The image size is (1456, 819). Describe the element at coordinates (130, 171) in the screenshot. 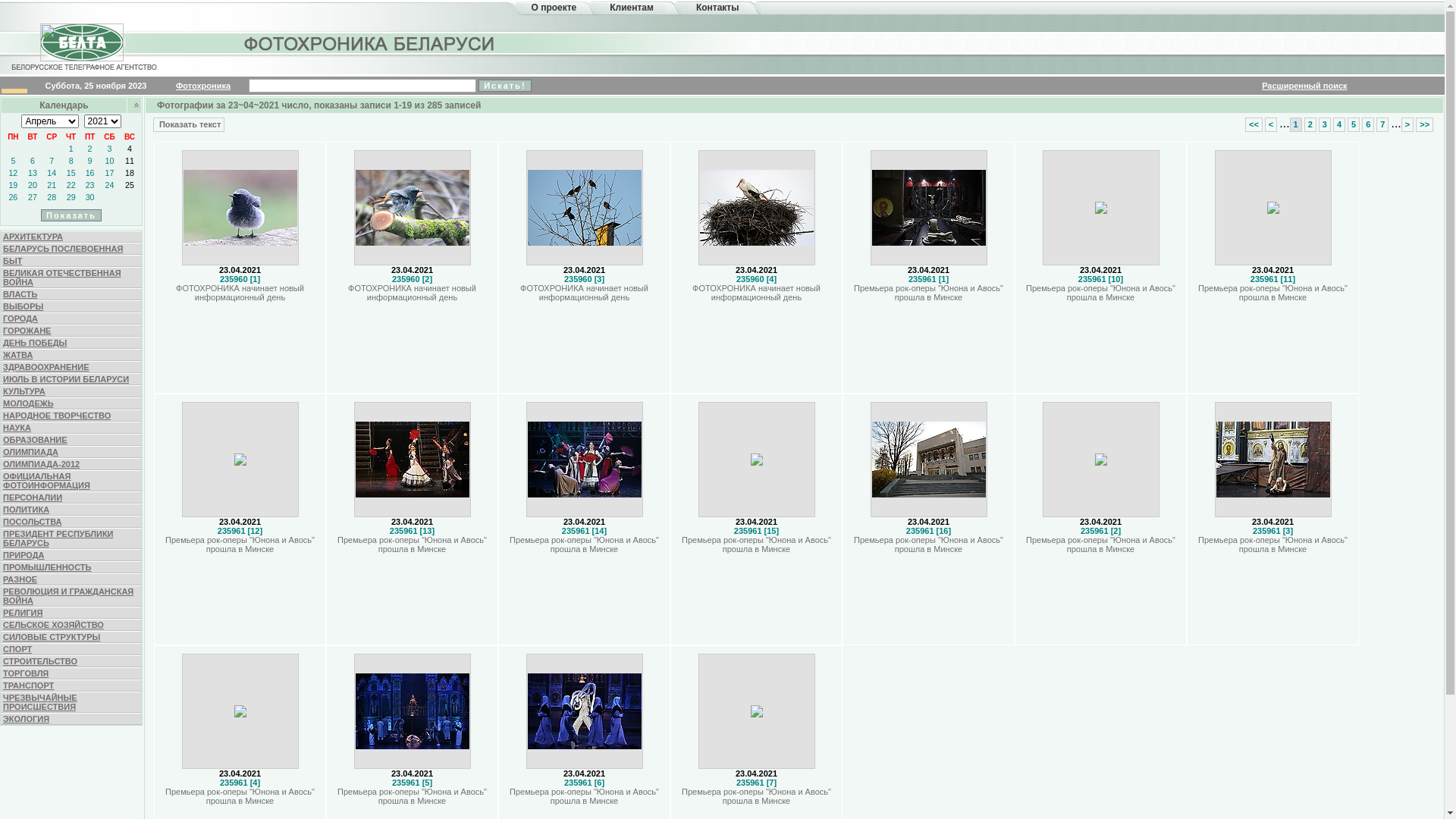

I see `'18'` at that location.